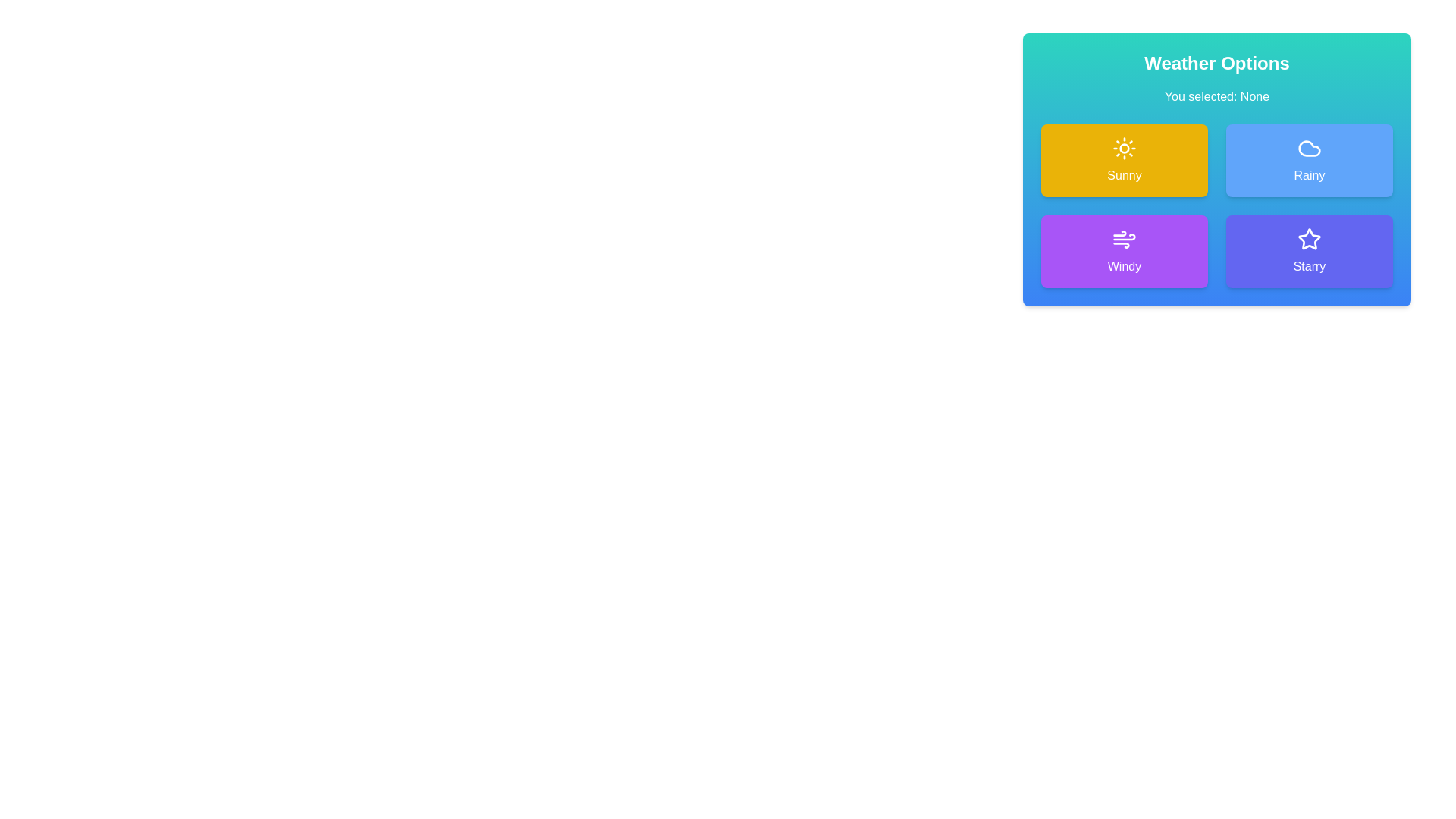  Describe the element at coordinates (1309, 161) in the screenshot. I see `the 'Rainy' weather button located at the top-right corner of the grid` at that location.